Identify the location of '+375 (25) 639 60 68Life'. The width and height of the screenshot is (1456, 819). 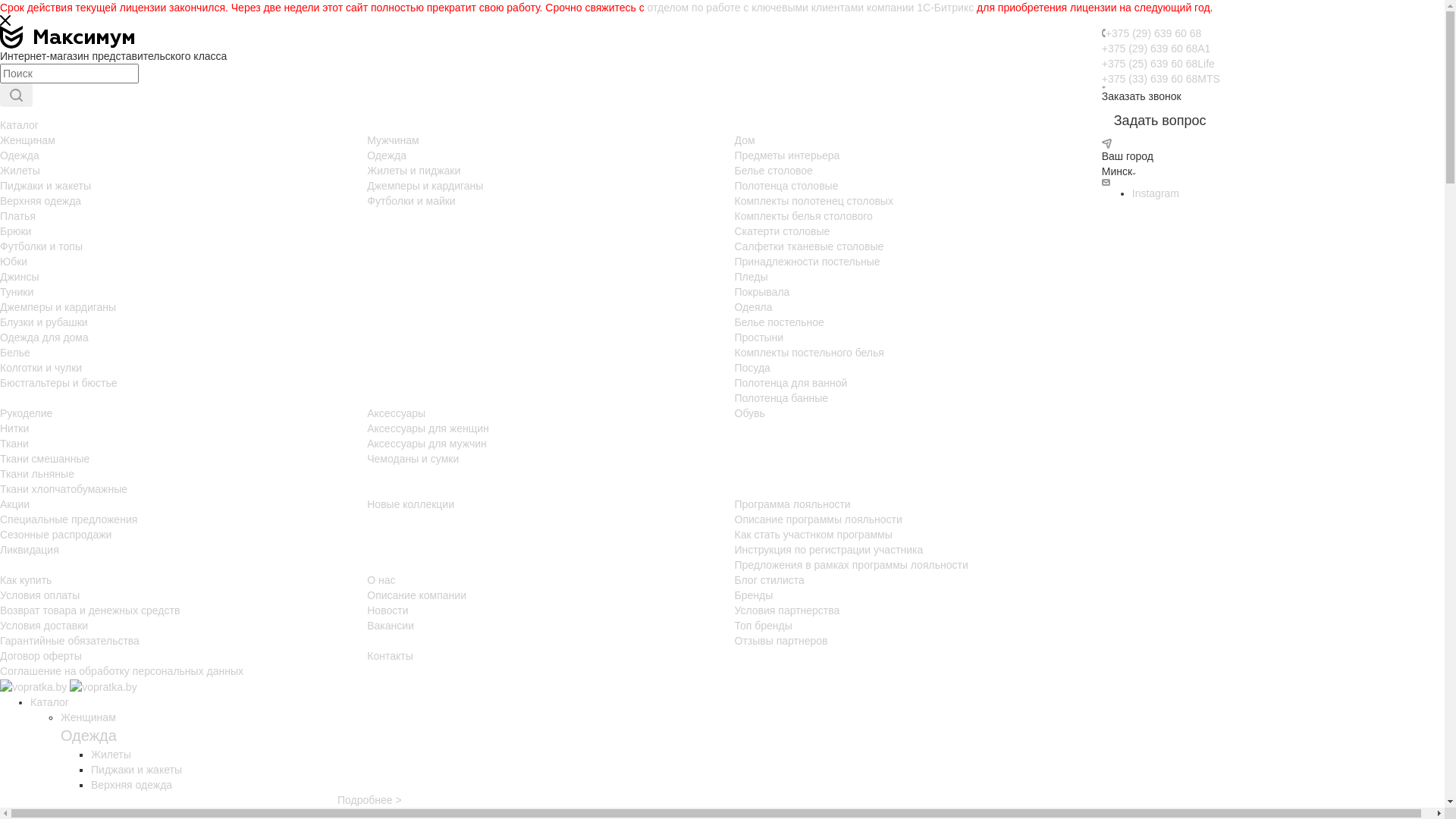
(1157, 63).